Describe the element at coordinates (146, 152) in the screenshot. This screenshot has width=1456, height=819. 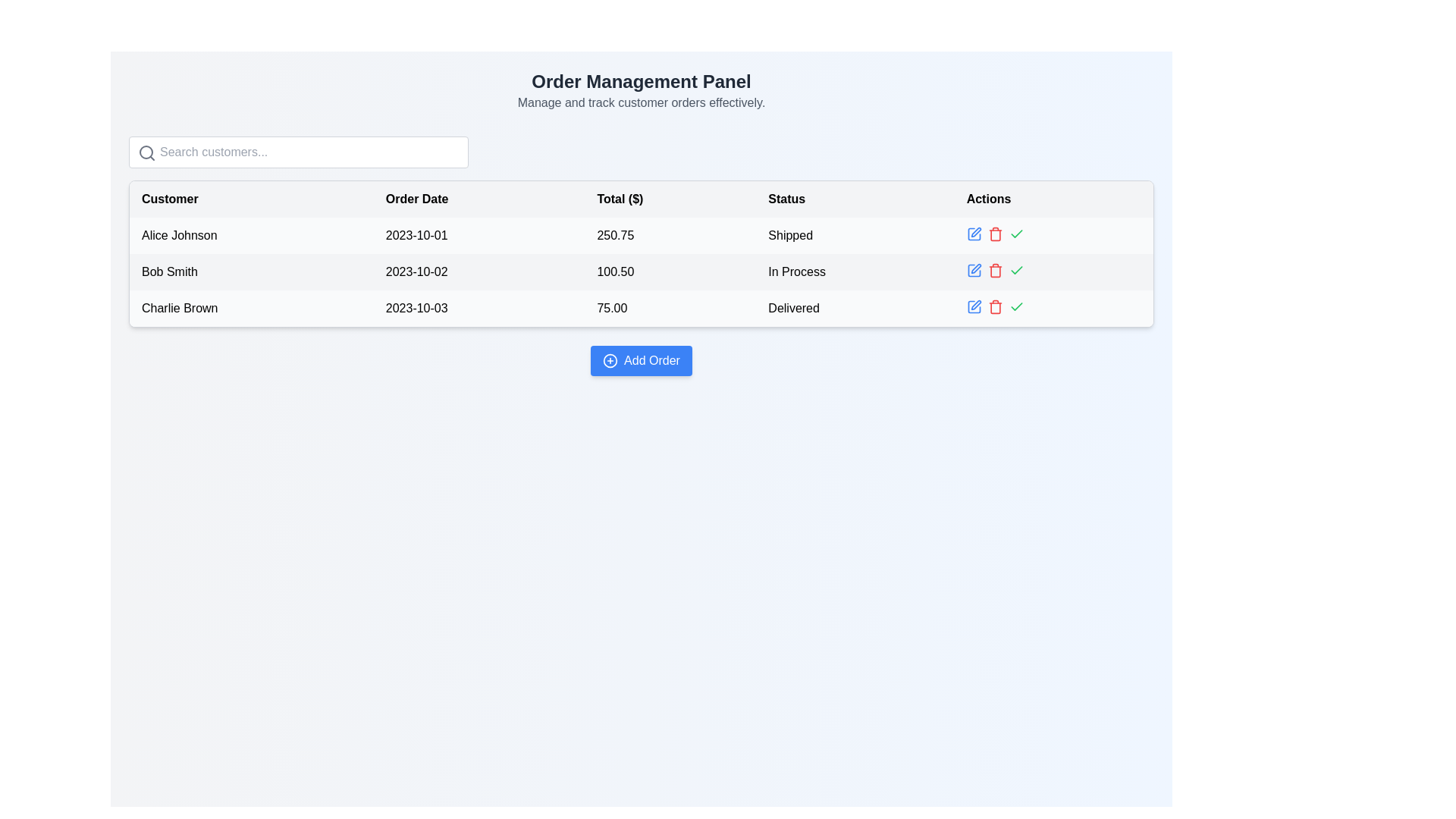
I see `the circle SVG element that is centered within the magnifying glass icon, which is located to the left of the search input field at the top of the interface` at that location.